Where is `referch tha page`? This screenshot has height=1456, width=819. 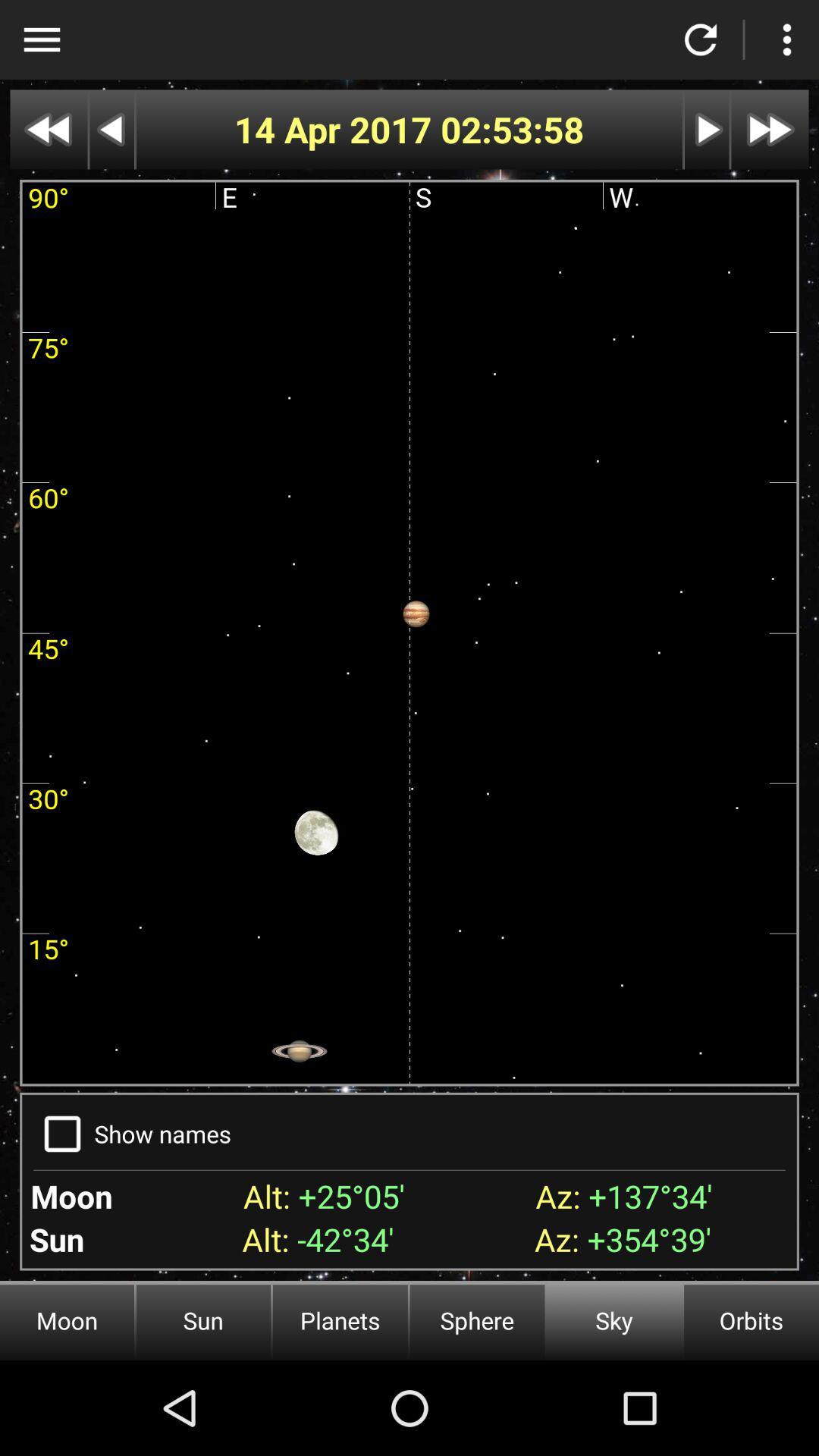 referch tha page is located at coordinates (701, 39).